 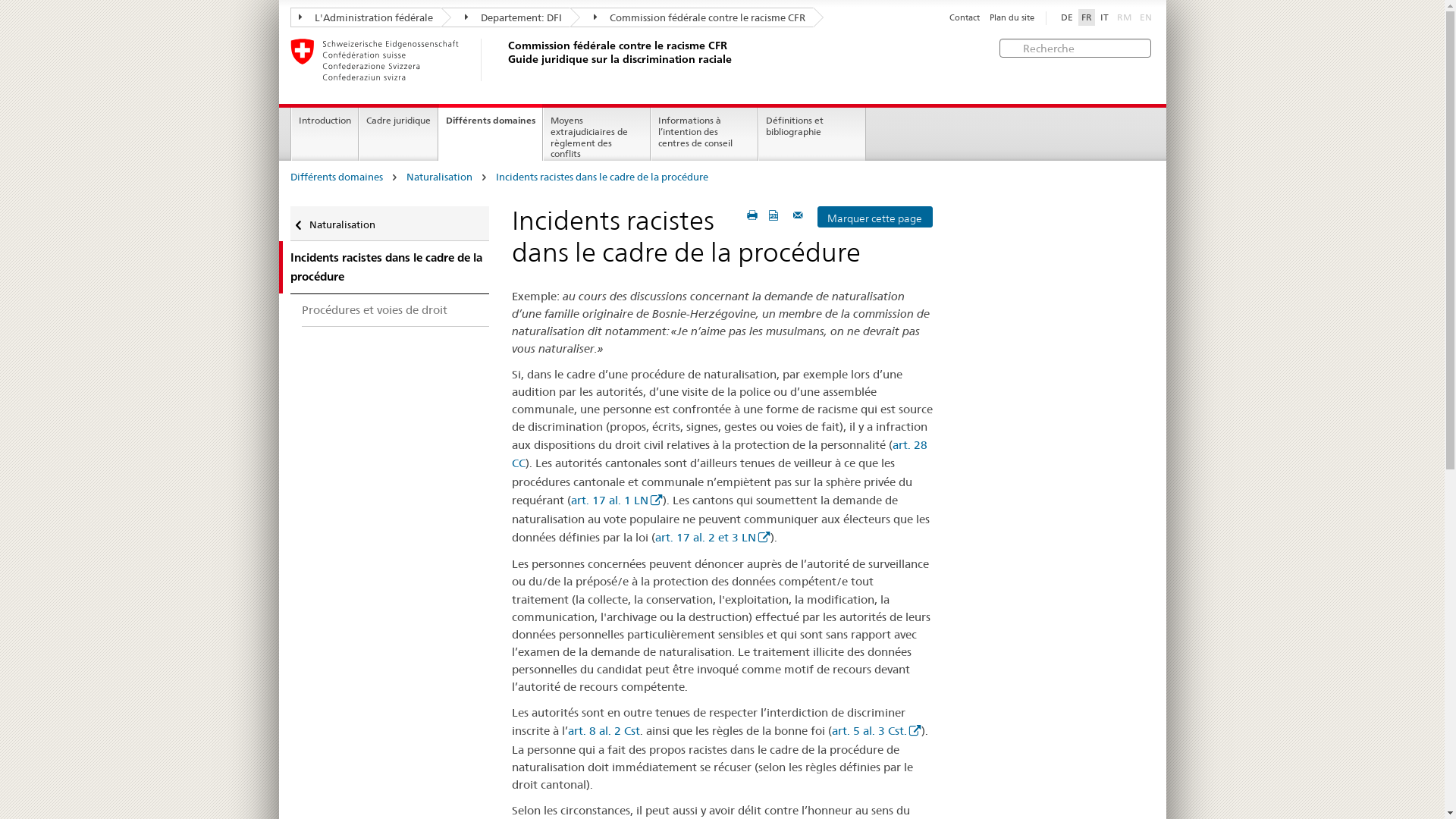 What do you see at coordinates (964, 17) in the screenshot?
I see `'Contact'` at bounding box center [964, 17].